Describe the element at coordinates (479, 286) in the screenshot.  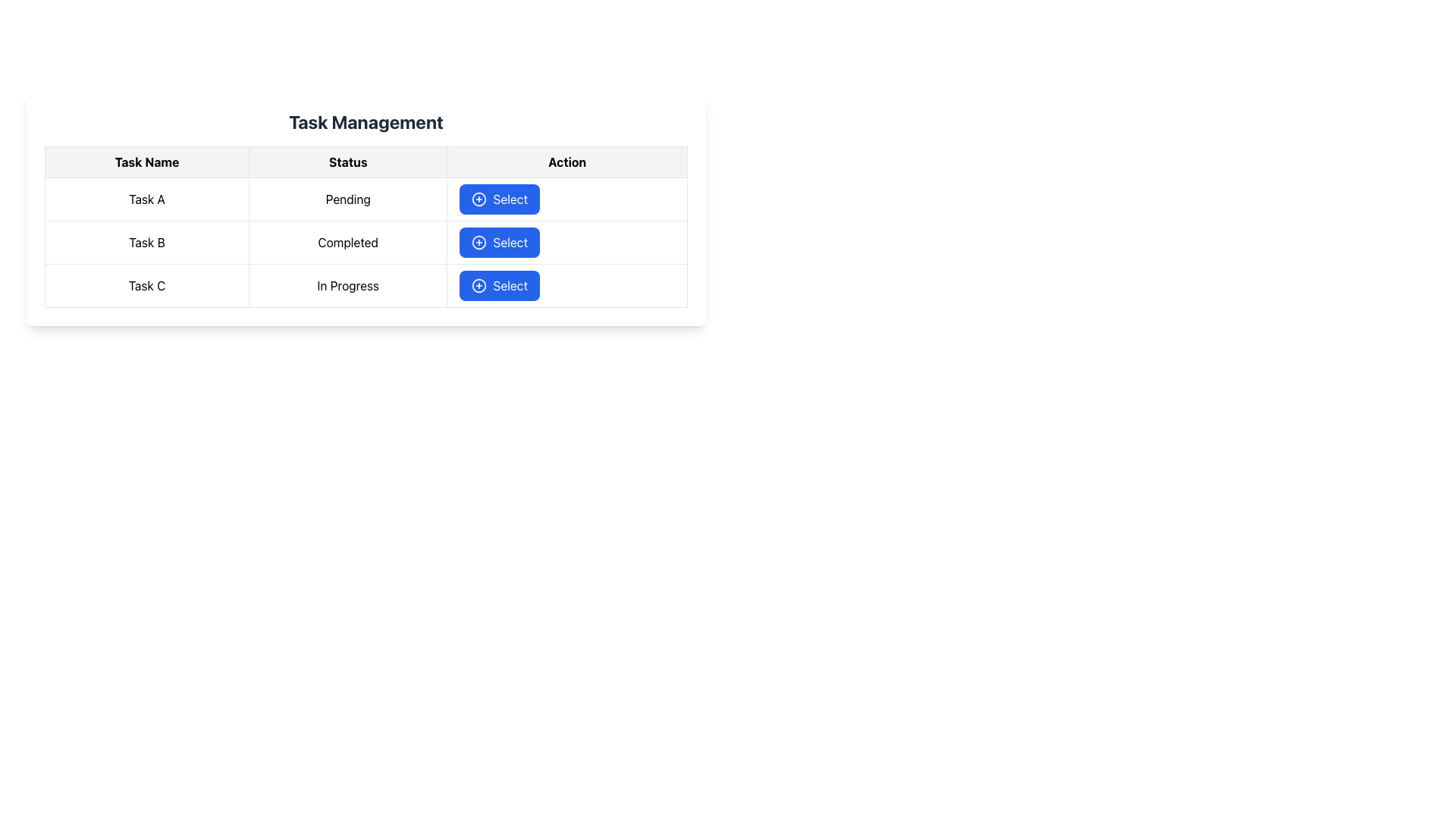
I see `the circular icon with a plus symbol located within the 'Select' button in the 'Action' column of the 'Task C' row` at that location.